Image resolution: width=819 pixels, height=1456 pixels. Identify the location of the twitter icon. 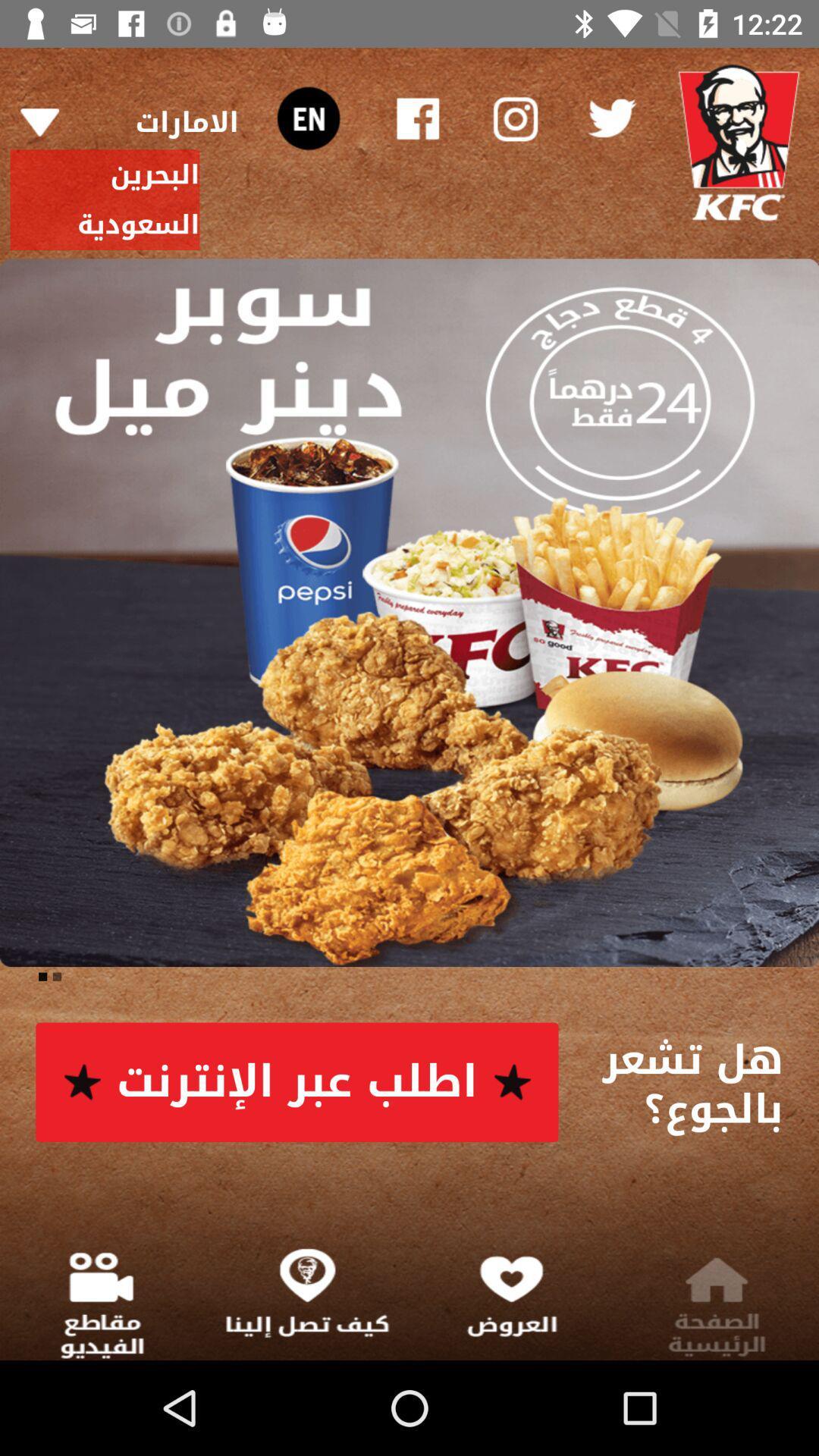
(610, 118).